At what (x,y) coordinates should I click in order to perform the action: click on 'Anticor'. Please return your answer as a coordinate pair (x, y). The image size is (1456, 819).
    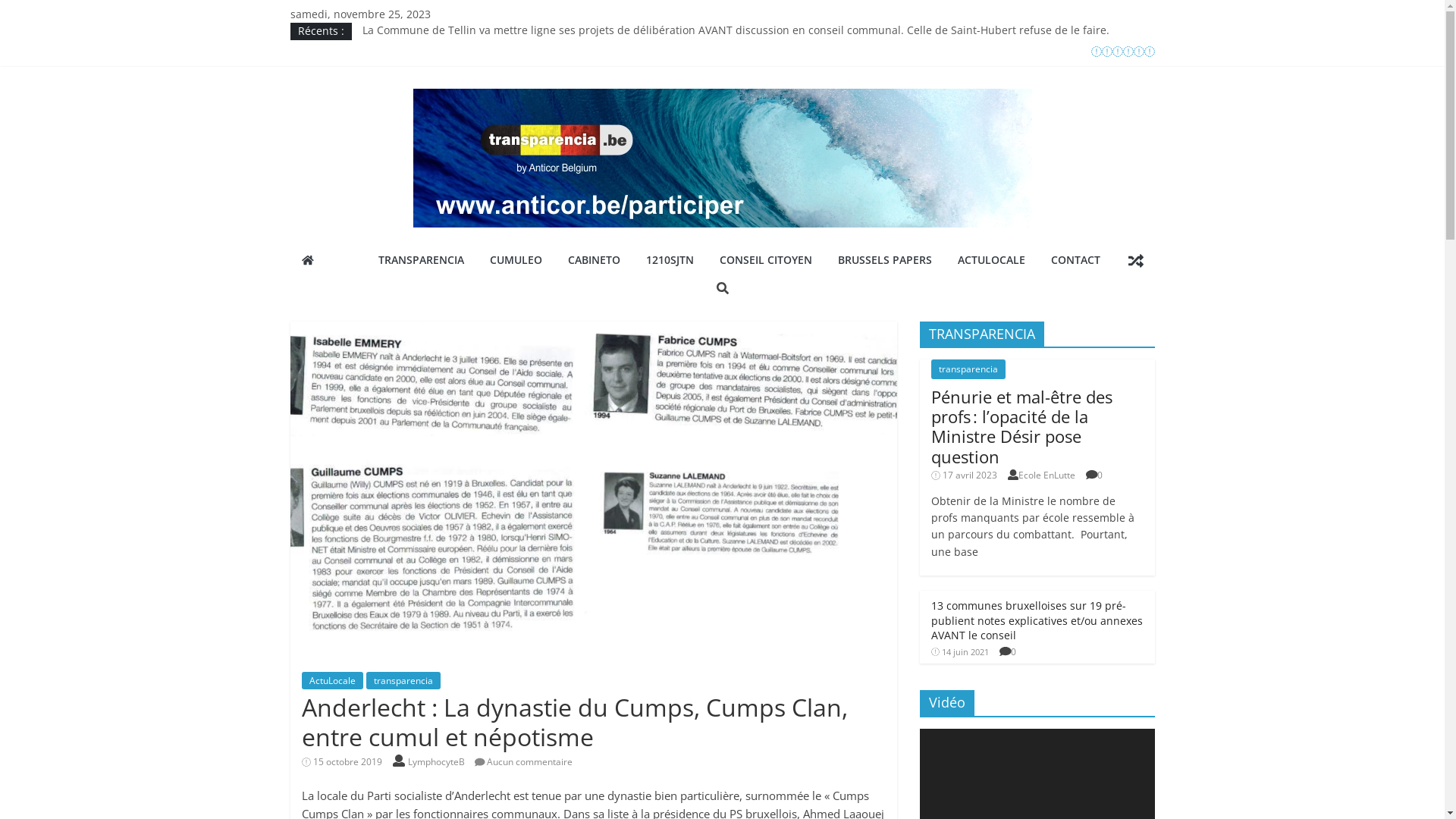
    Looking at the image, I should click on (306, 259).